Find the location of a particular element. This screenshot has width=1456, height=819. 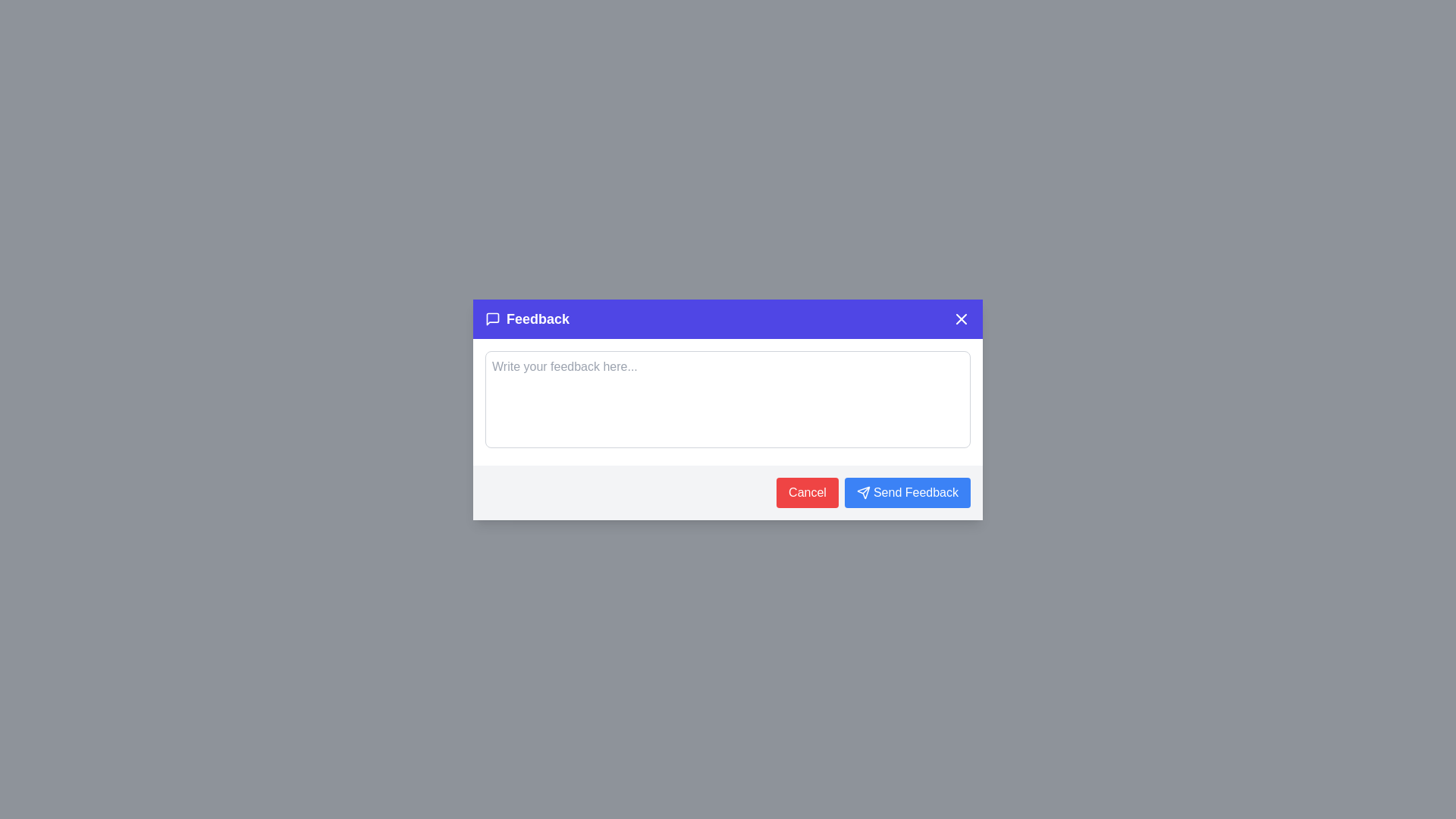

the 'Send Feedback' button to submit the feedback is located at coordinates (907, 492).